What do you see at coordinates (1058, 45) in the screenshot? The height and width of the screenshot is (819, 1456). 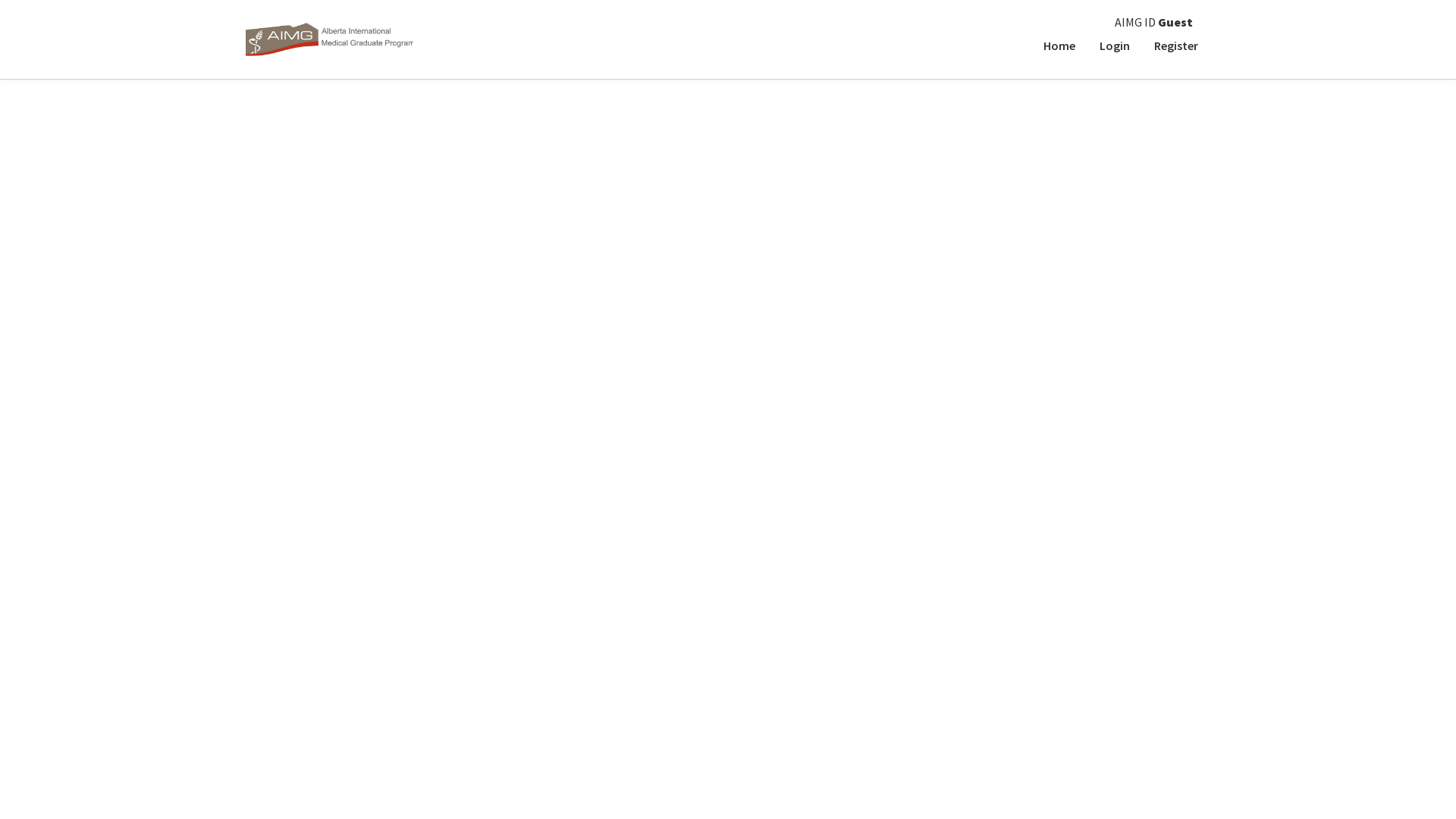 I see `'Home'` at bounding box center [1058, 45].